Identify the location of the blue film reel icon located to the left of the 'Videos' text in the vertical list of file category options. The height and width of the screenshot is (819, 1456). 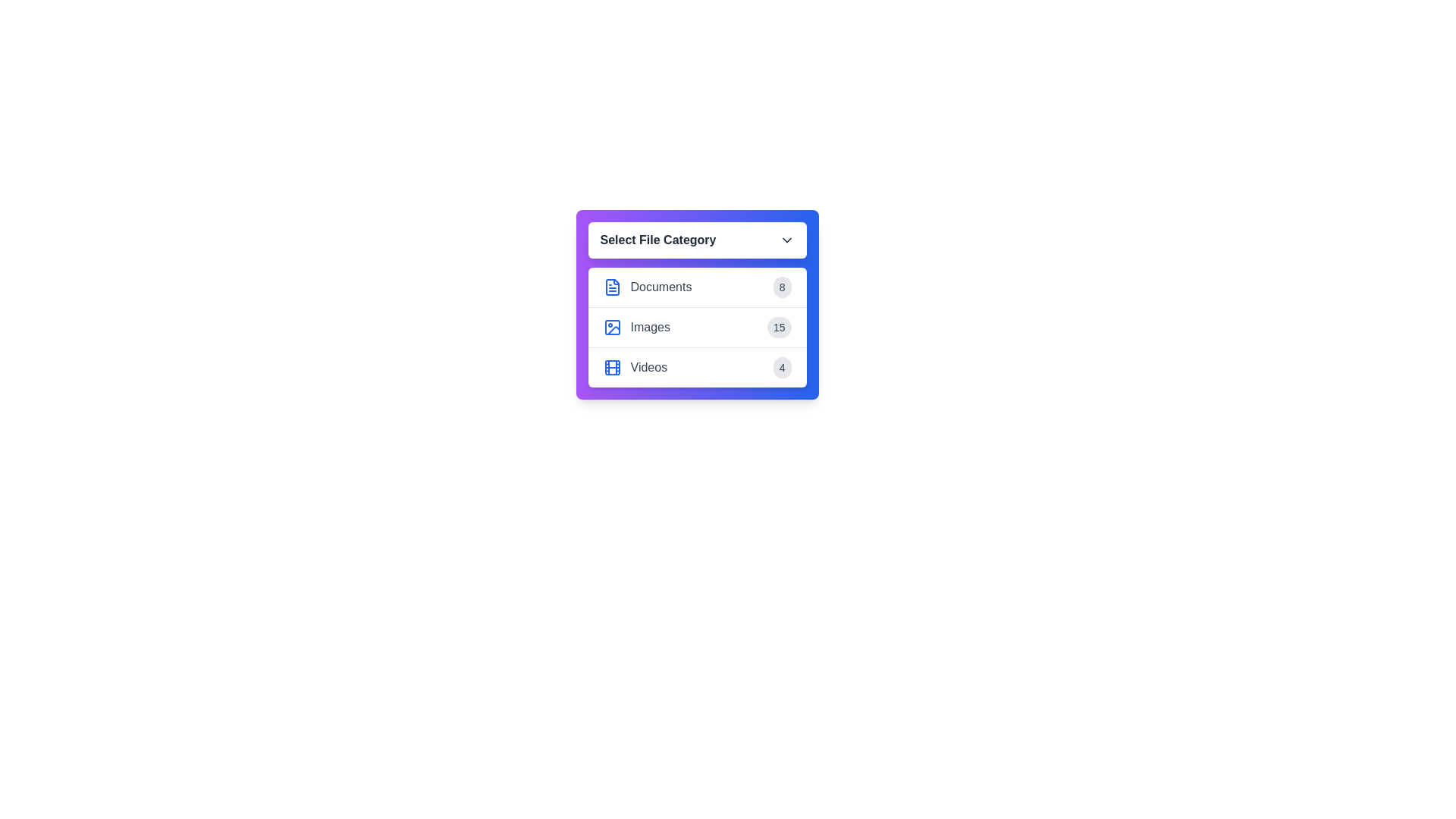
(612, 368).